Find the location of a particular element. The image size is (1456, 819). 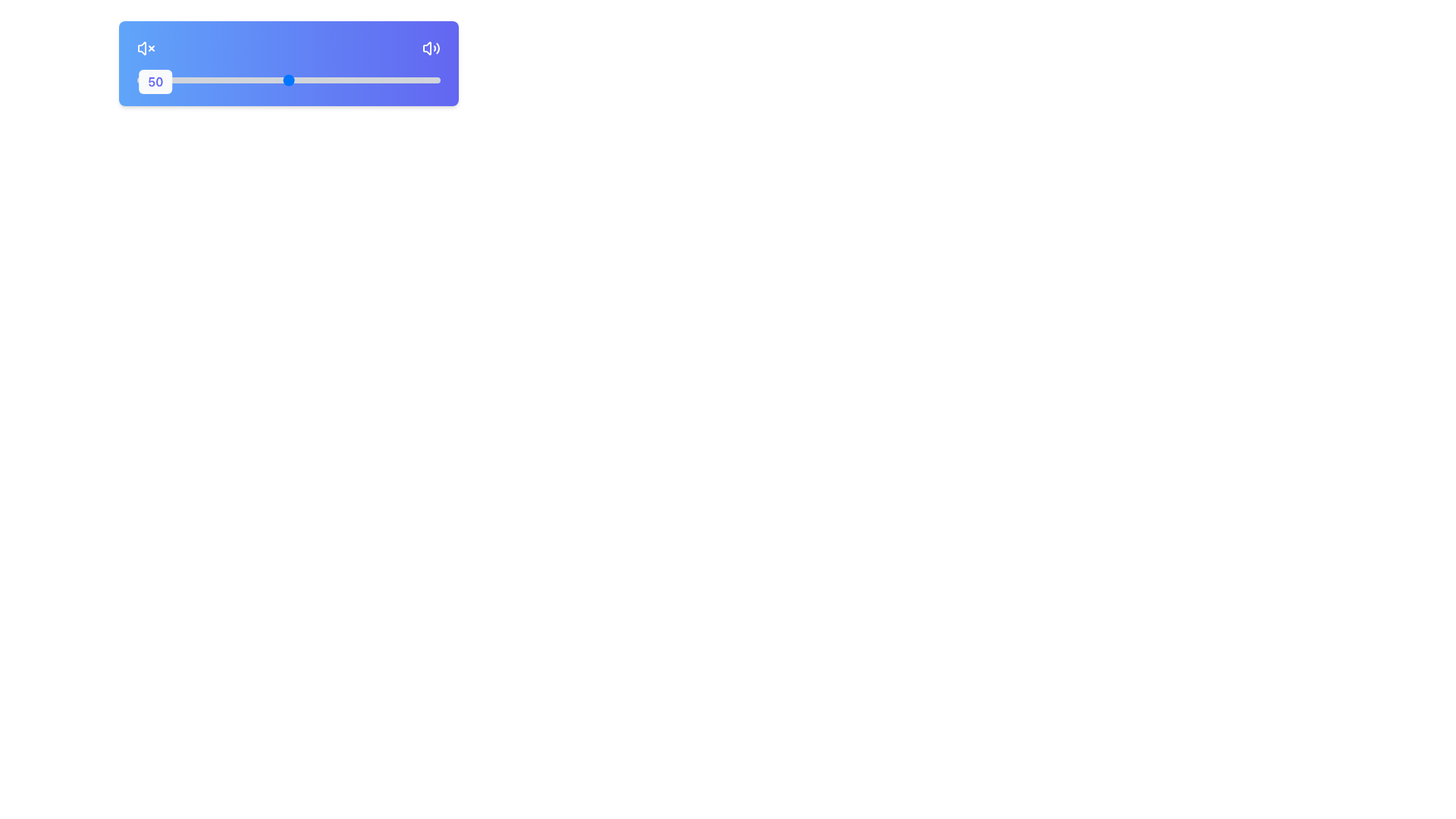

the slider value is located at coordinates (191, 80).